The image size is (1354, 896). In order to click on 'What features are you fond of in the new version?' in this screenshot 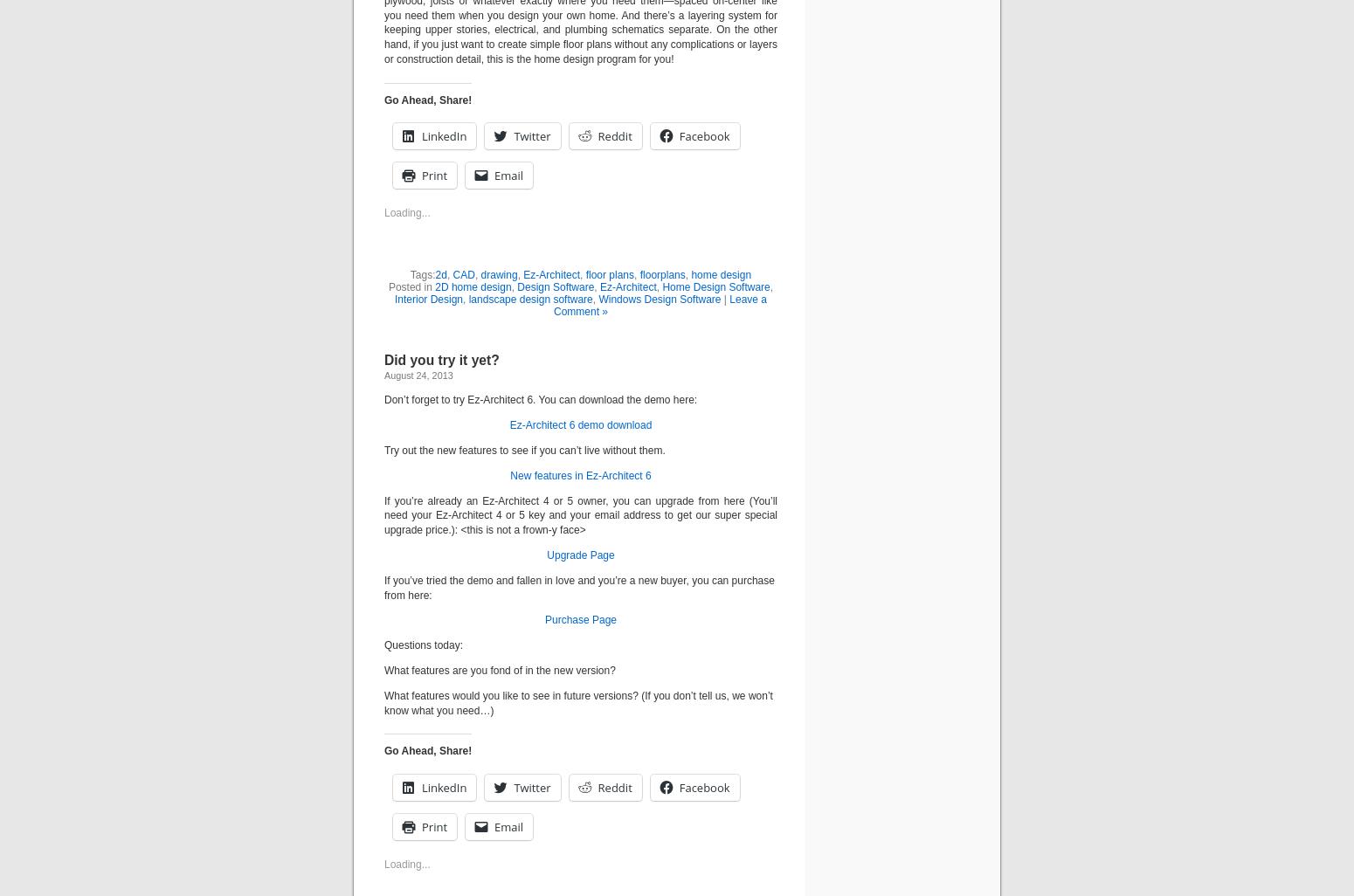, I will do `click(384, 670)`.